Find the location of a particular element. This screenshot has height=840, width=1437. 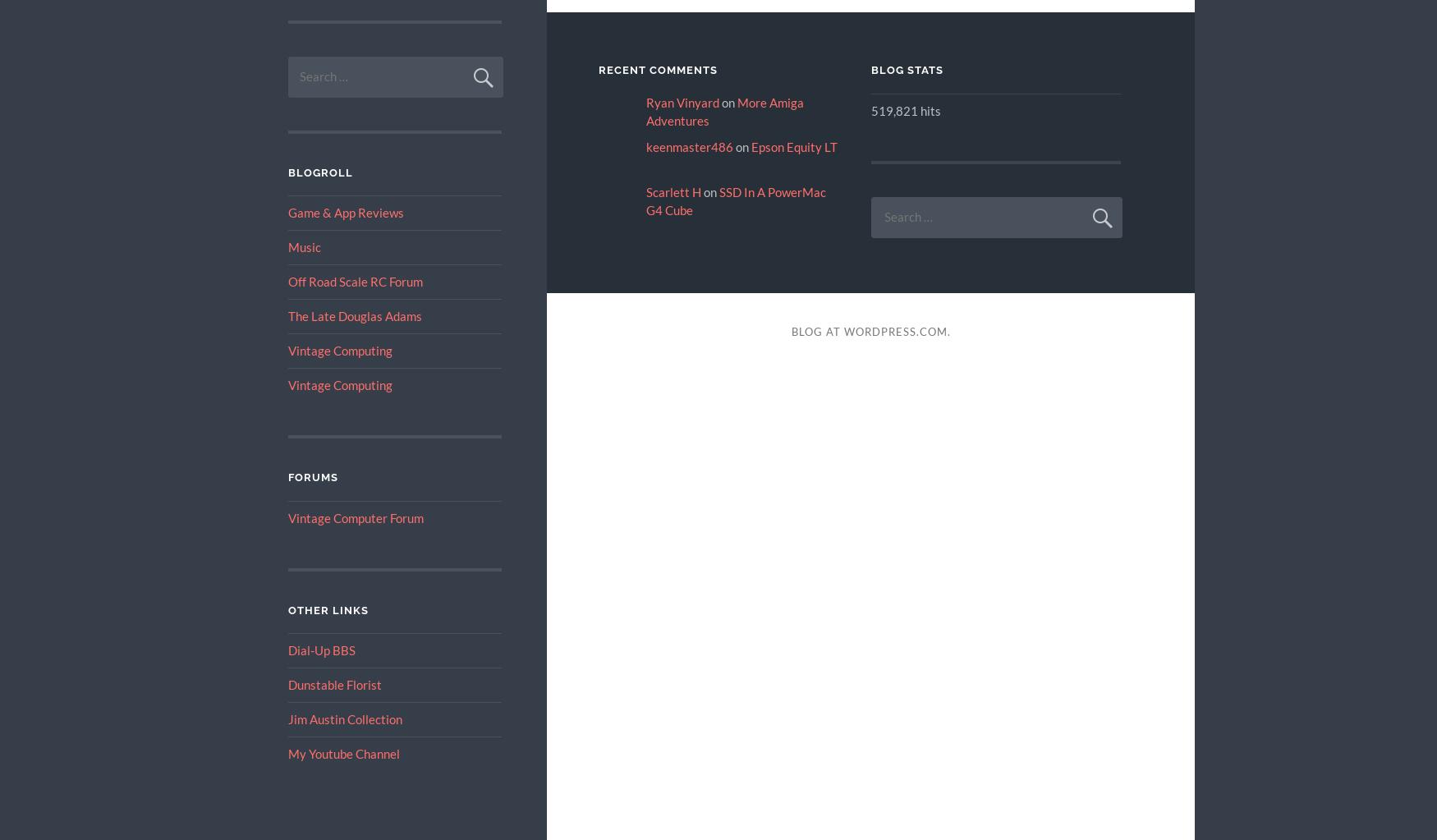

'Off Road Scale RC Forum' is located at coordinates (287, 282).